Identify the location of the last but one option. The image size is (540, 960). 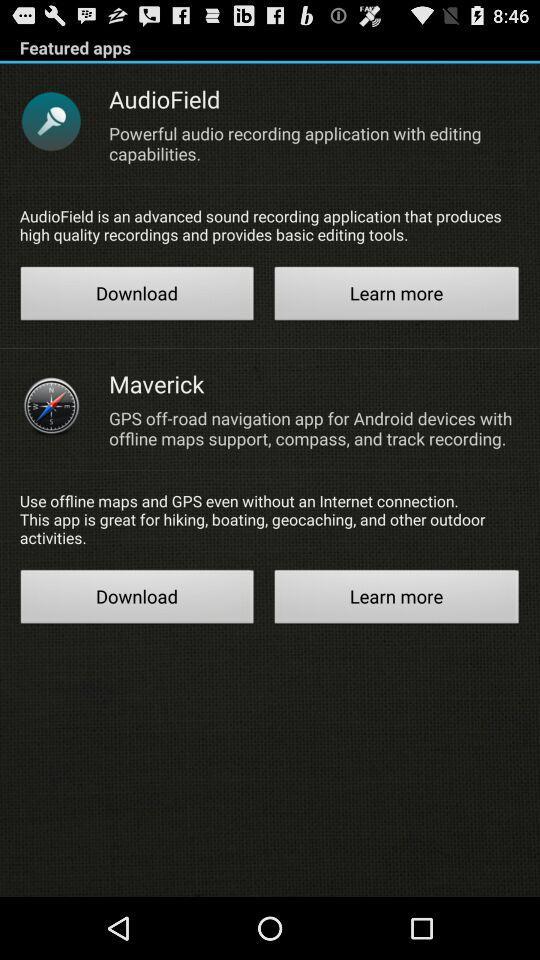
(136, 599).